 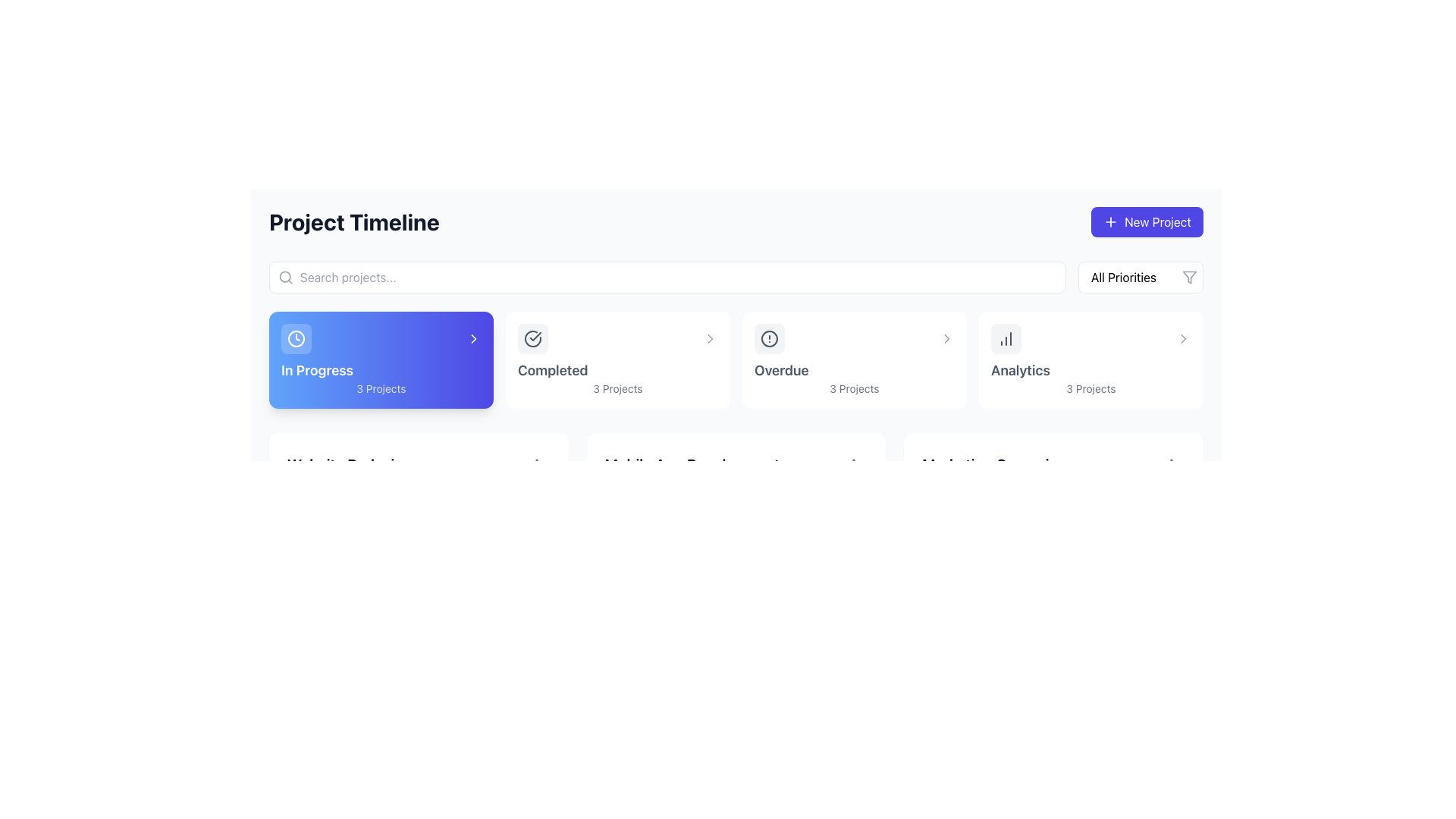 What do you see at coordinates (946, 338) in the screenshot?
I see `the navigation icon located in the bottom right corner of the 'Overdue' card` at bounding box center [946, 338].